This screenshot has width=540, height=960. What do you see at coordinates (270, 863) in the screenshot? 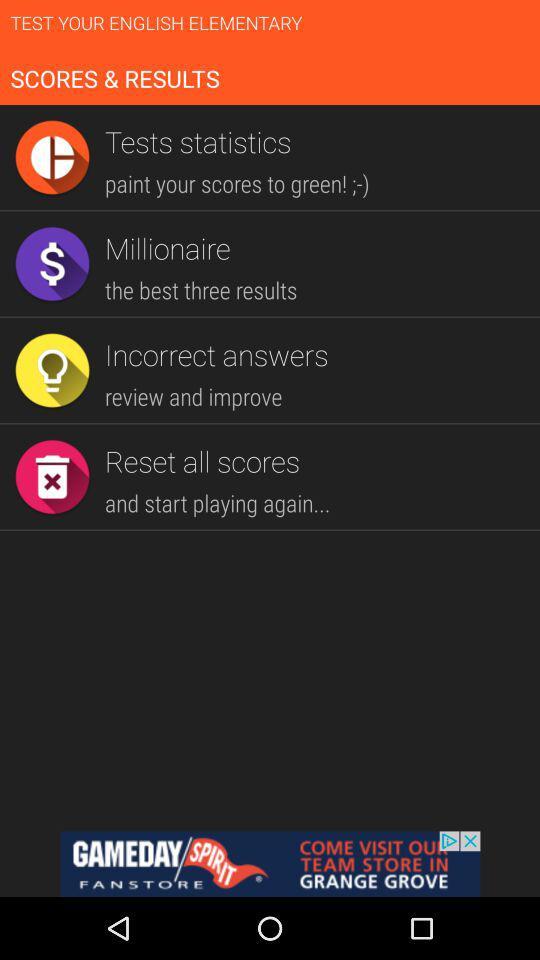
I see `gameday fanstore` at bounding box center [270, 863].